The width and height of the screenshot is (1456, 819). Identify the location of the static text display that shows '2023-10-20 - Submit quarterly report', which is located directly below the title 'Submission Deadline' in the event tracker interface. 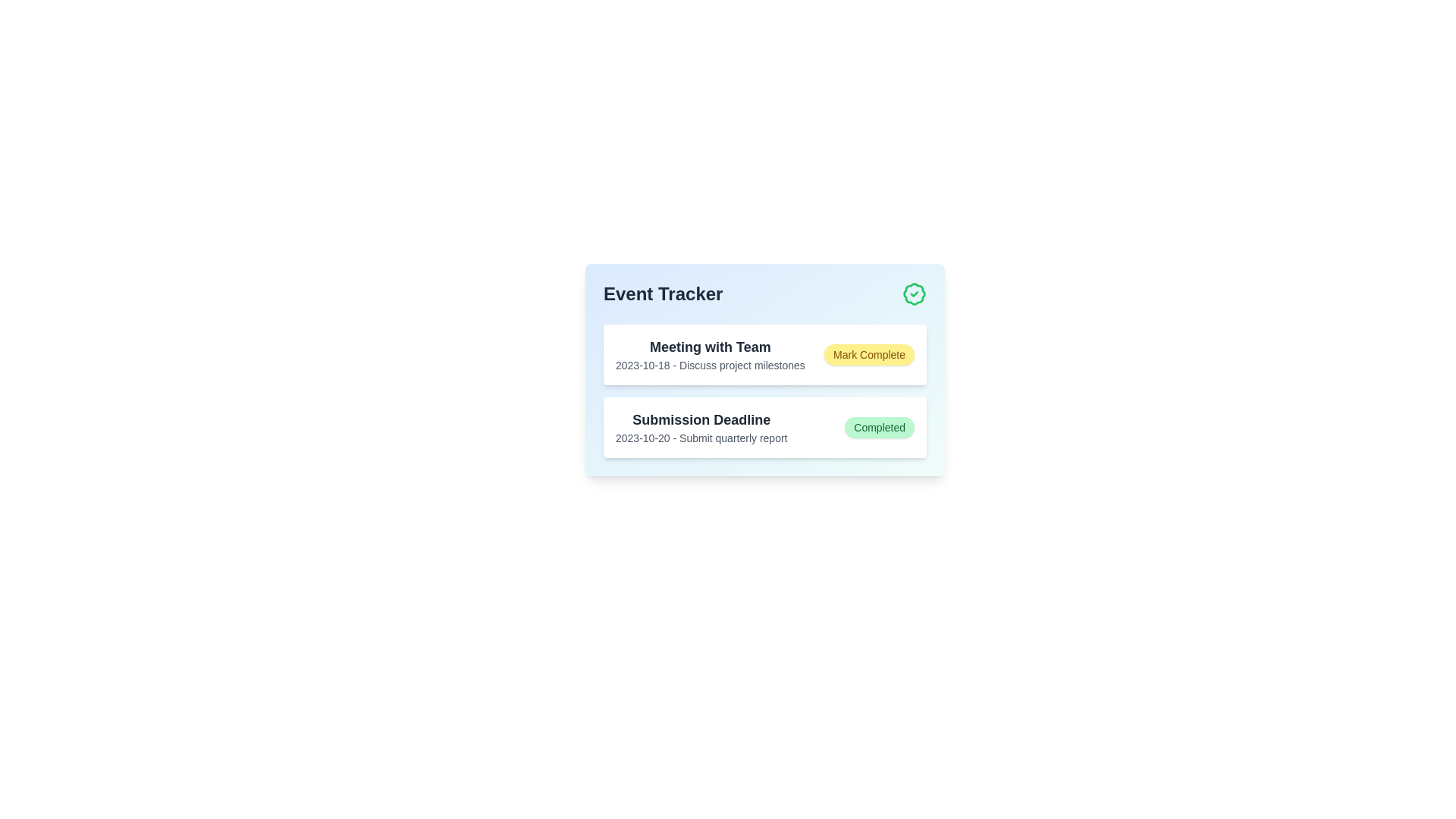
(701, 438).